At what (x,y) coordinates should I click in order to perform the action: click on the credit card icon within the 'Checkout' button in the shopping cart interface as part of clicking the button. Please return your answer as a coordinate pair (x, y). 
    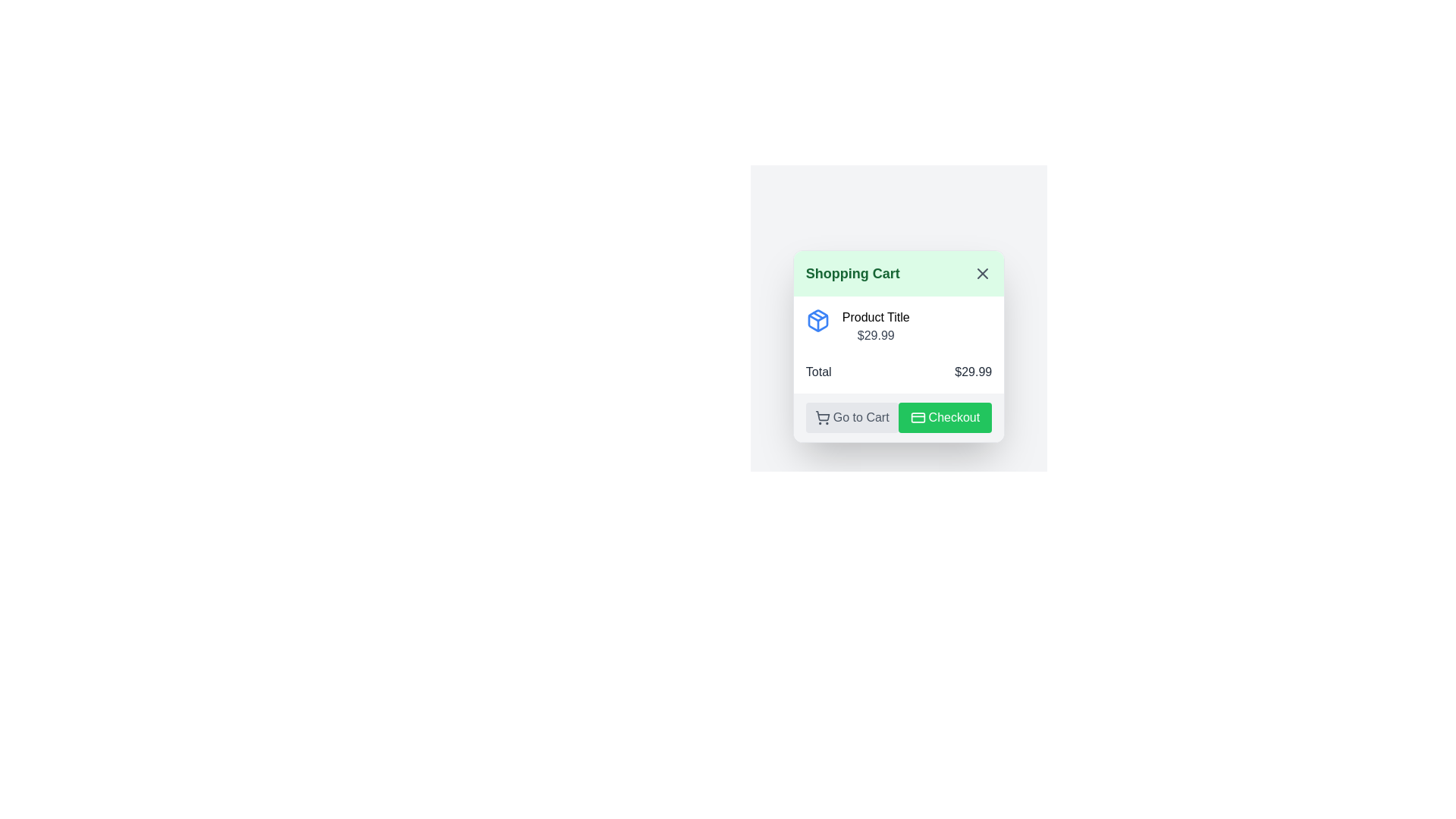
    Looking at the image, I should click on (917, 418).